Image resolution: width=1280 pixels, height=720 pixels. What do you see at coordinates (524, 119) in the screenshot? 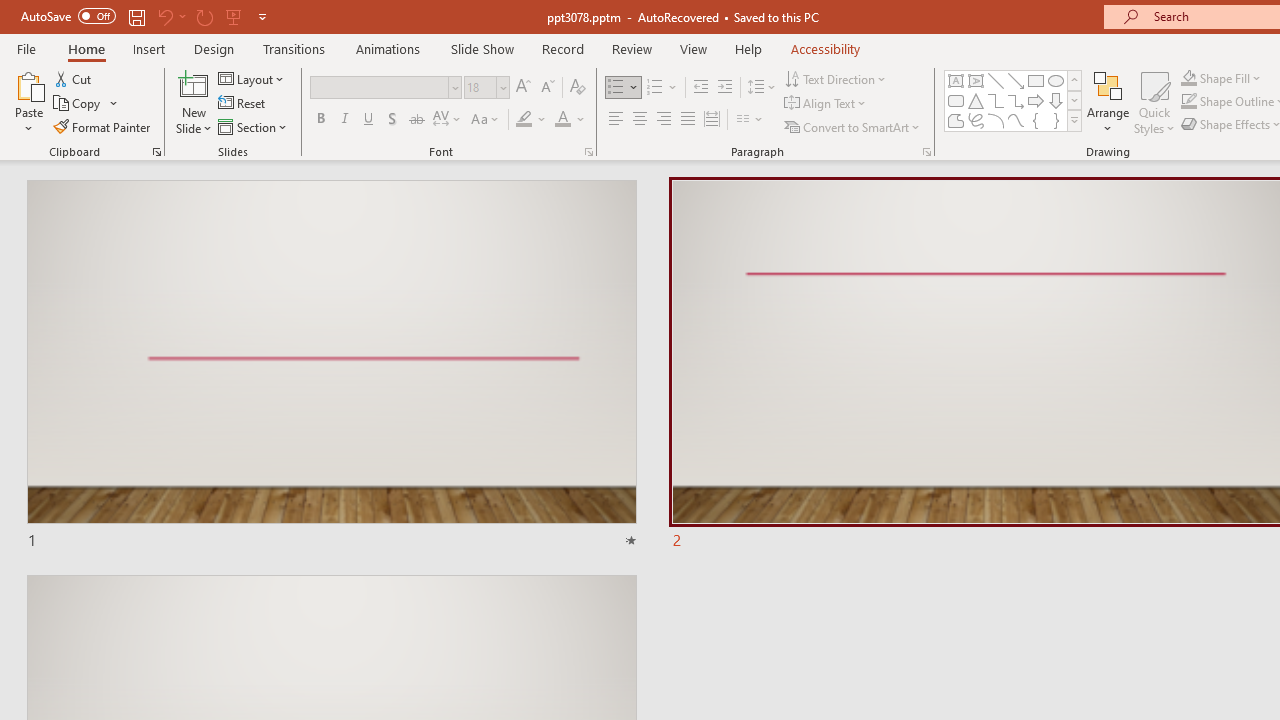
I see `'Text Highlight Color Yellow'` at bounding box center [524, 119].